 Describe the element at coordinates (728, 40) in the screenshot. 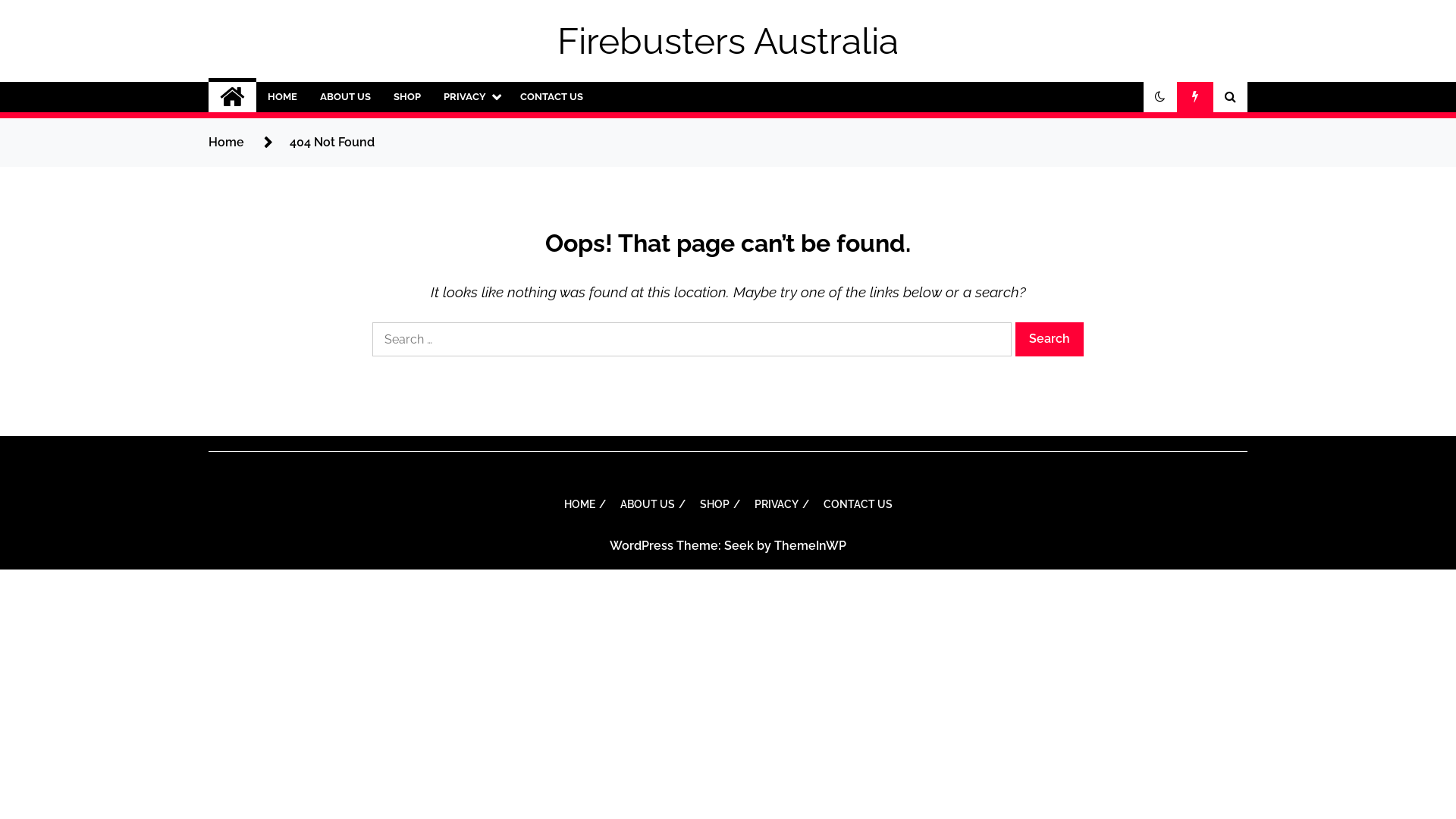

I see `'Firebusters Australia'` at that location.